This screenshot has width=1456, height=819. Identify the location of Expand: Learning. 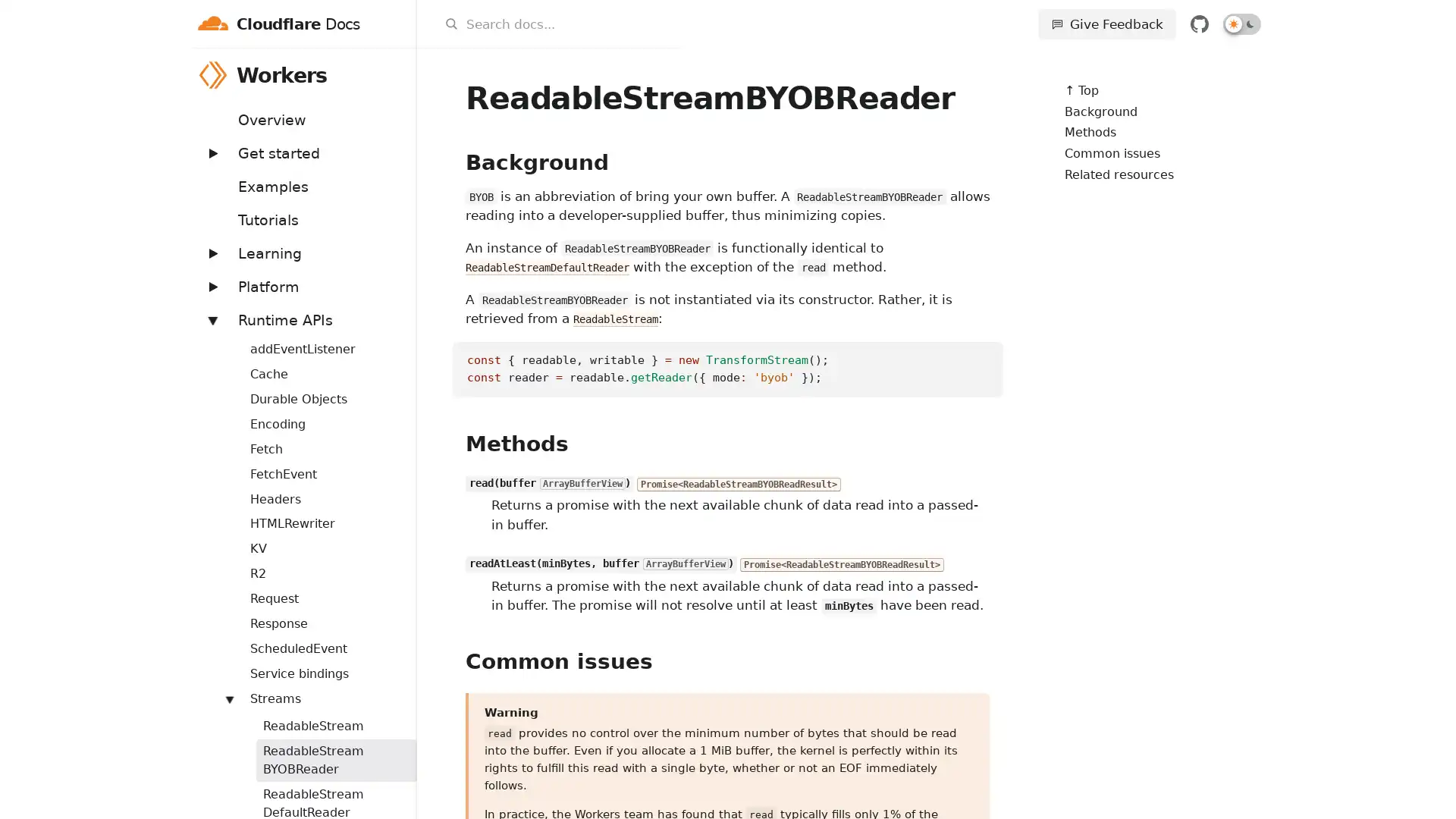
(211, 252).